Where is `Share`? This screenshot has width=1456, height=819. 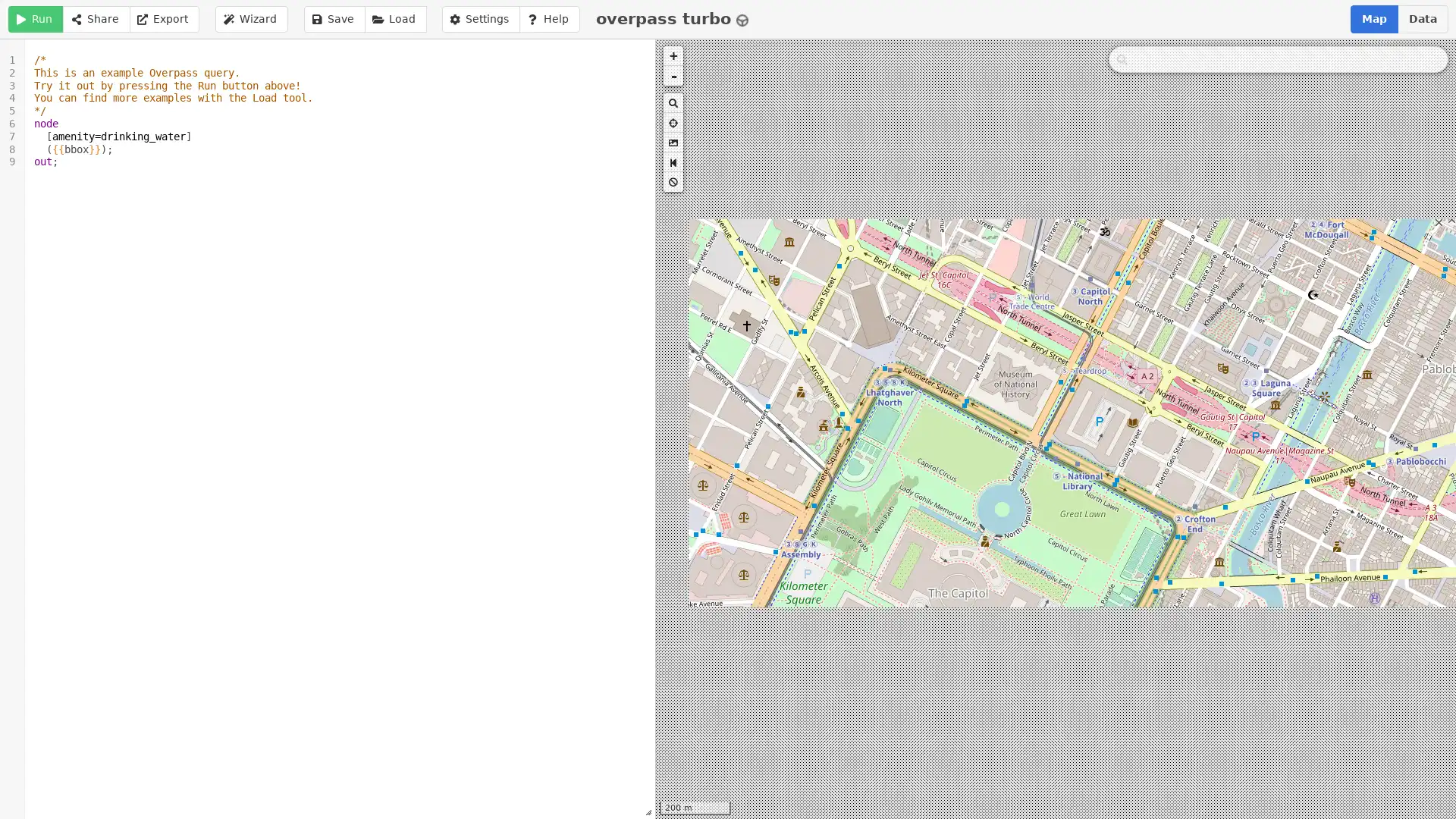
Share is located at coordinates (95, 19).